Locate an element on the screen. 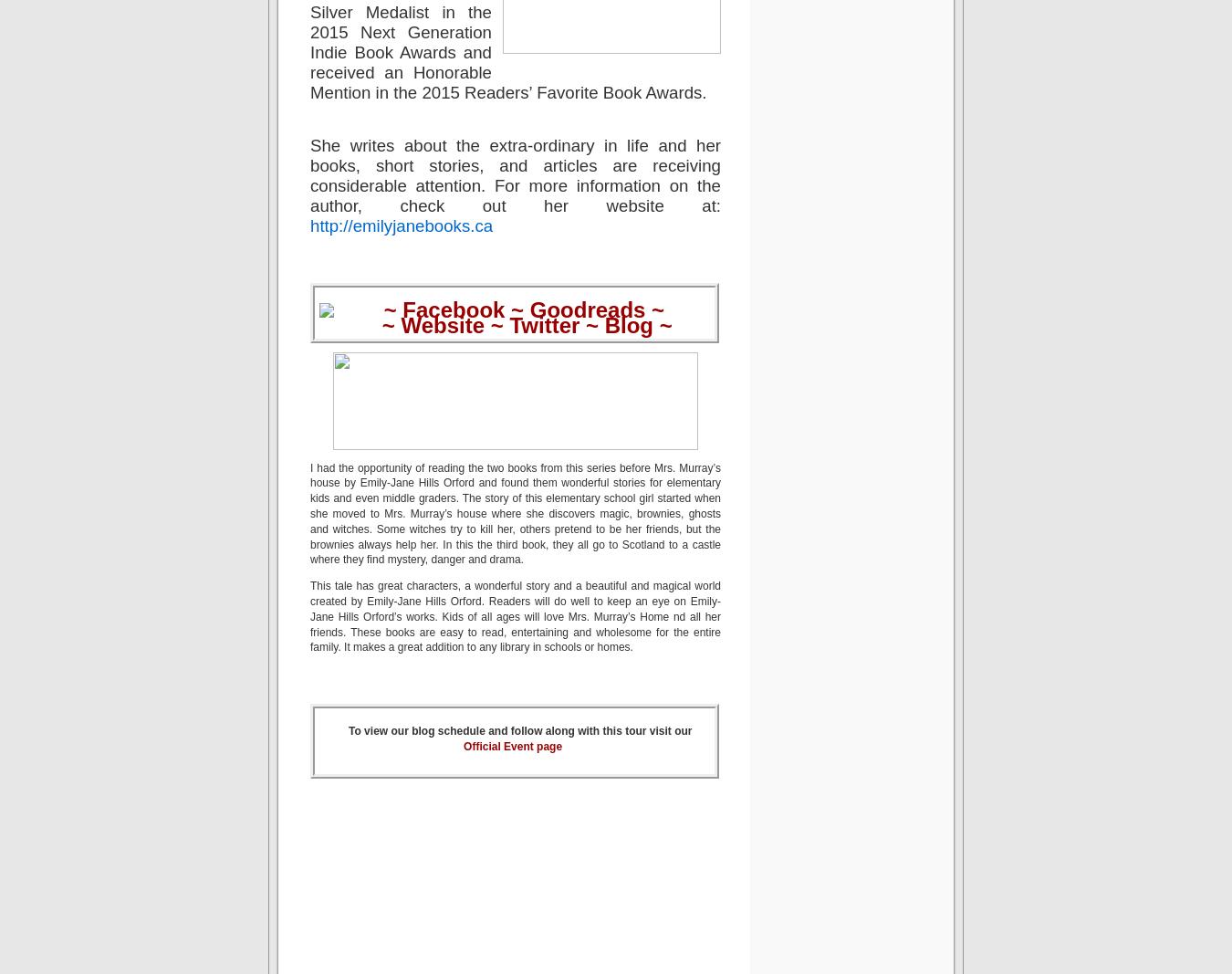 The image size is (1232, 974). 'Blog' is located at coordinates (628, 324).